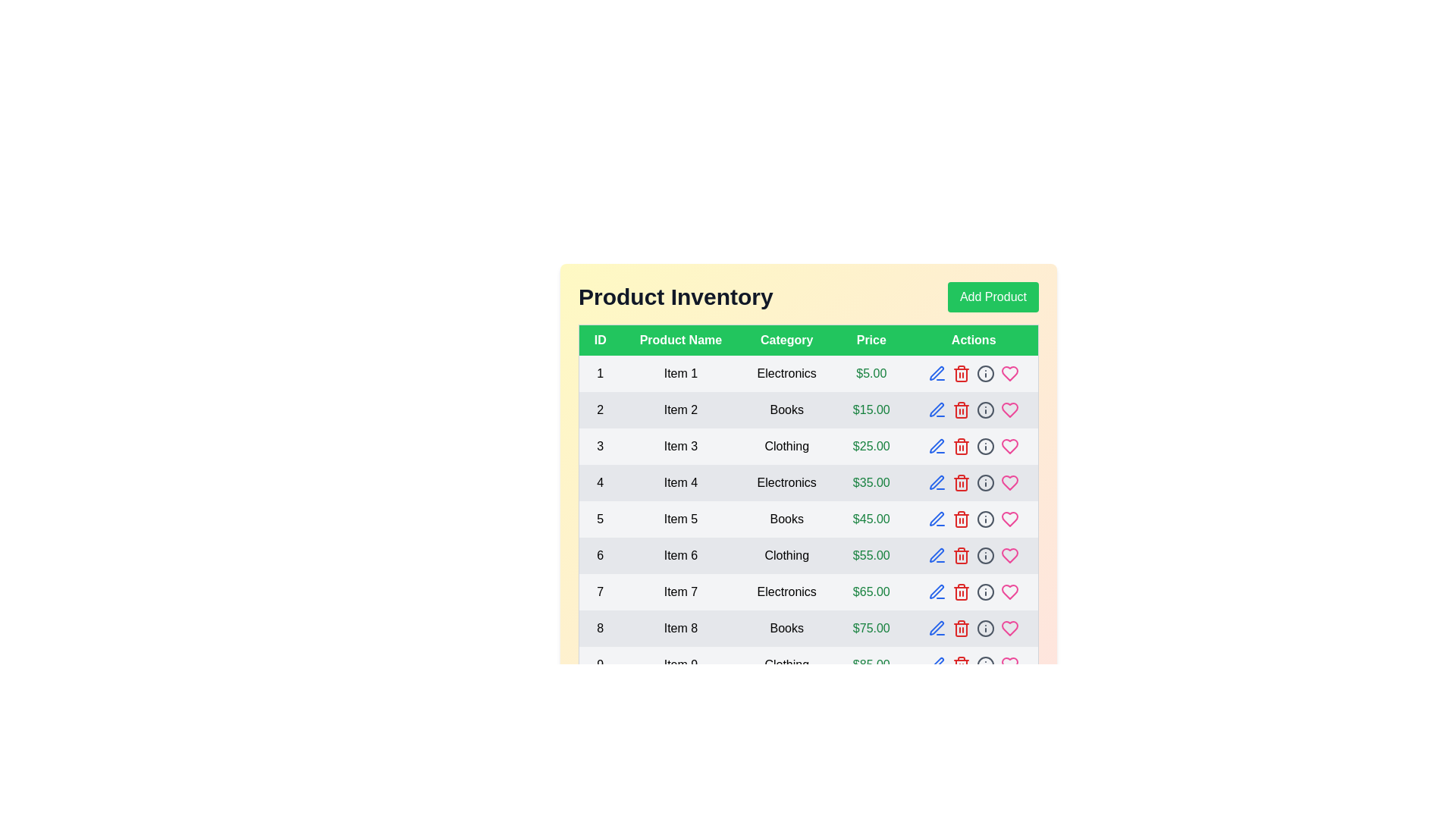  I want to click on the header Price to sort or filter the table, so click(871, 339).